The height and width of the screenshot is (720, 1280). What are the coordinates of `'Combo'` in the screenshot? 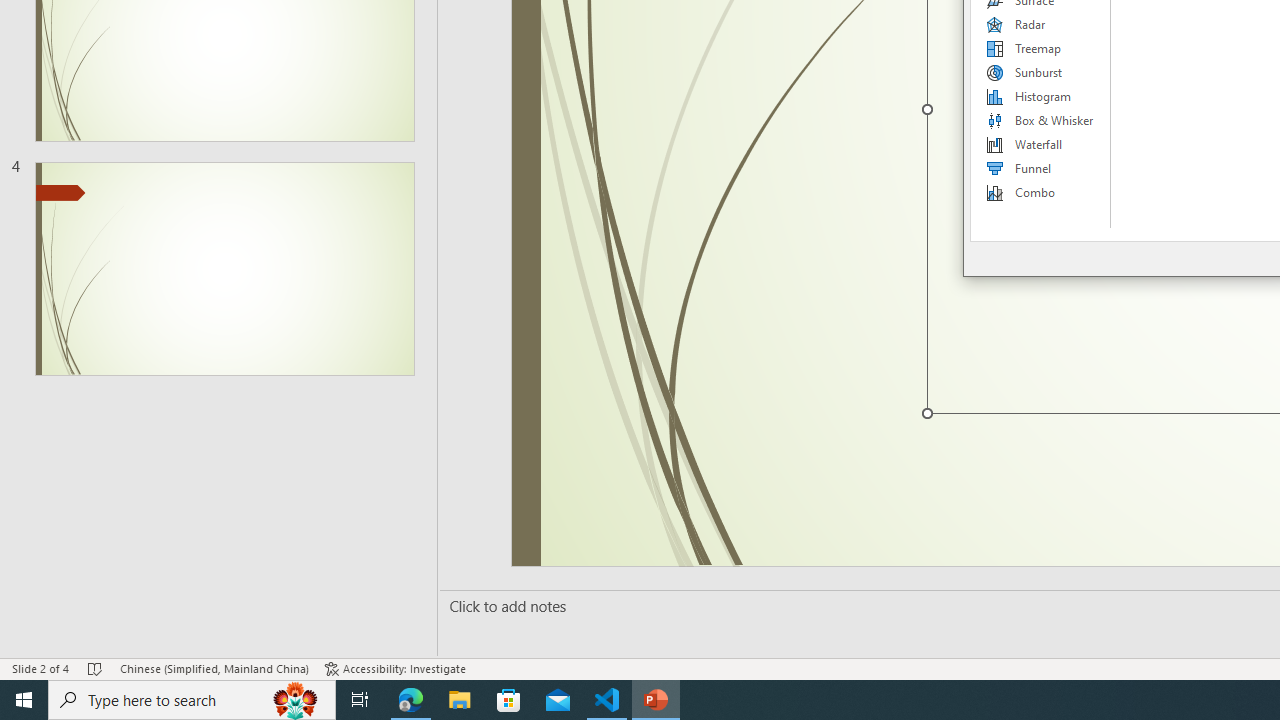 It's located at (1040, 192).